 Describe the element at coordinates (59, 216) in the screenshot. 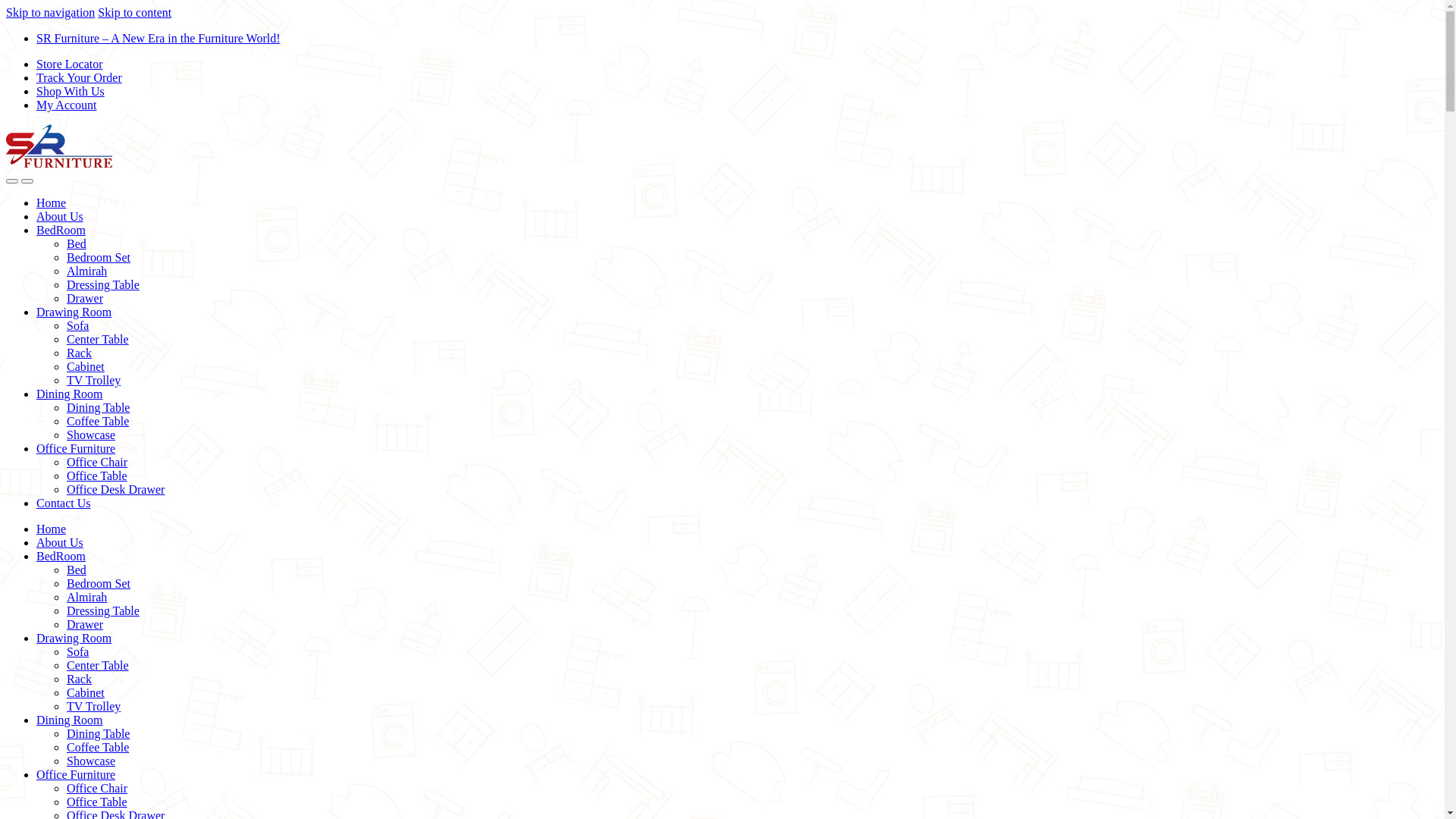

I see `'About Us'` at that location.